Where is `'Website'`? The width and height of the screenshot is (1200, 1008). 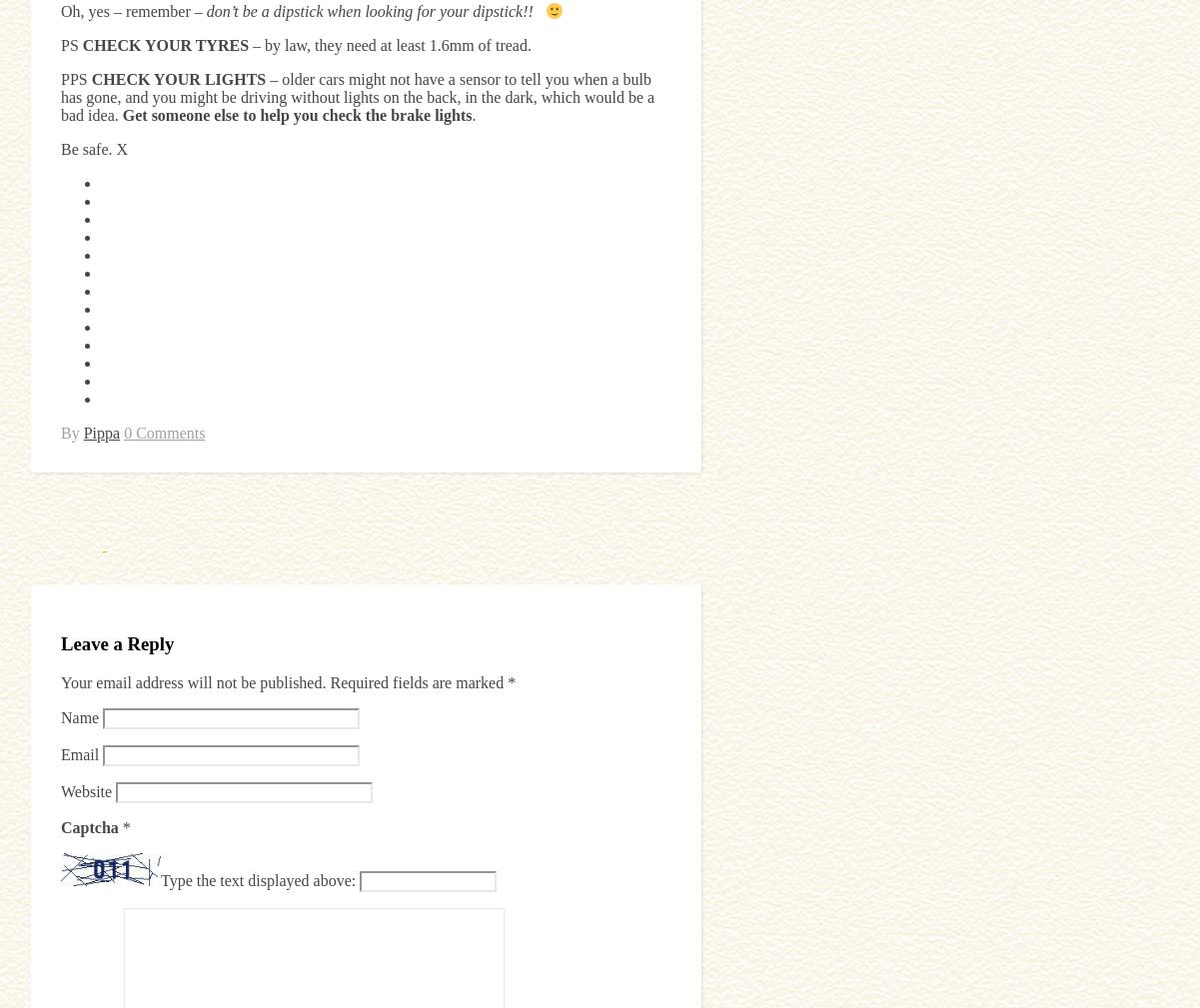 'Website' is located at coordinates (86, 790).